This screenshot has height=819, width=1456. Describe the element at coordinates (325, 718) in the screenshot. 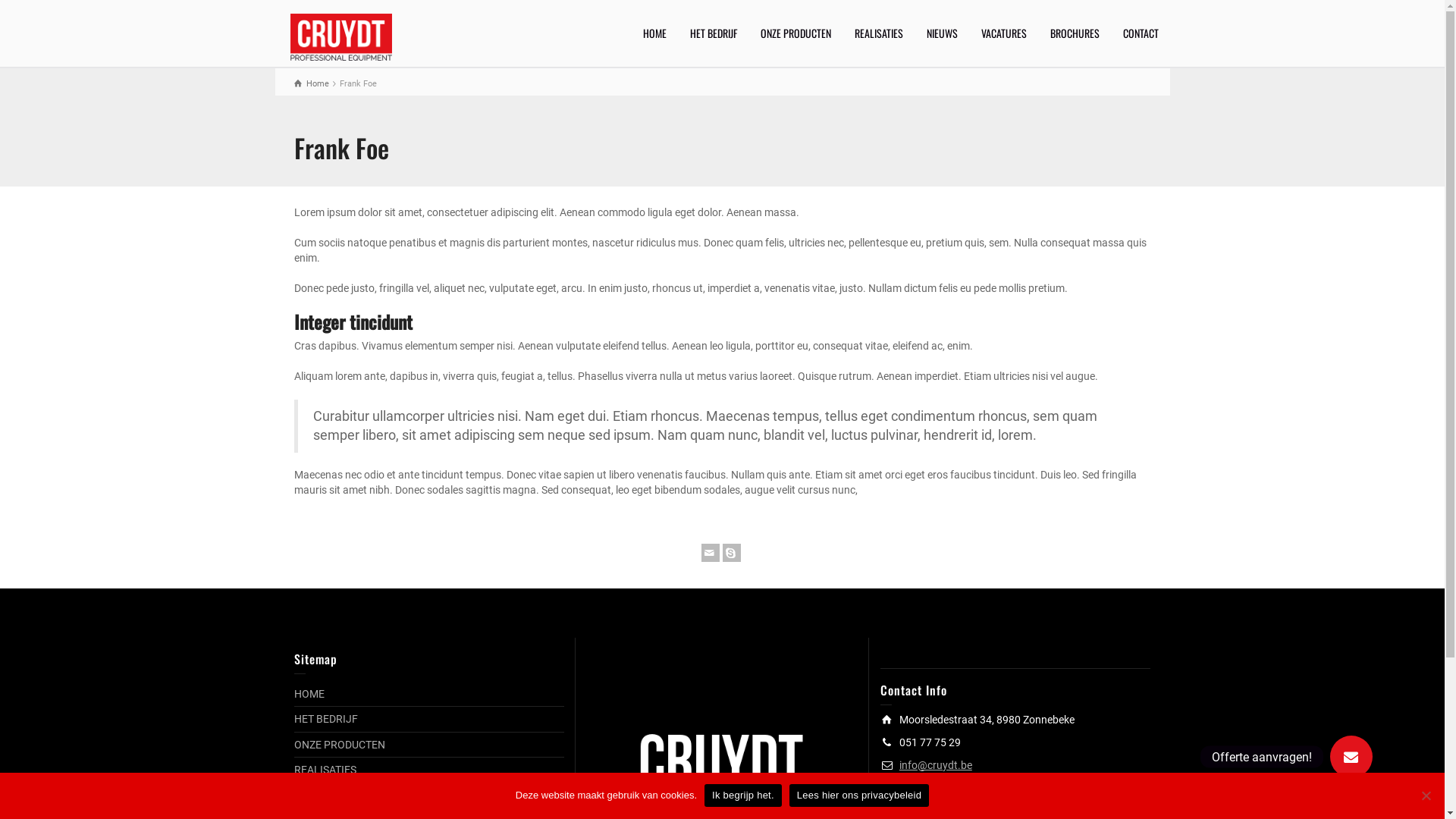

I see `'HET BEDRIJF'` at that location.